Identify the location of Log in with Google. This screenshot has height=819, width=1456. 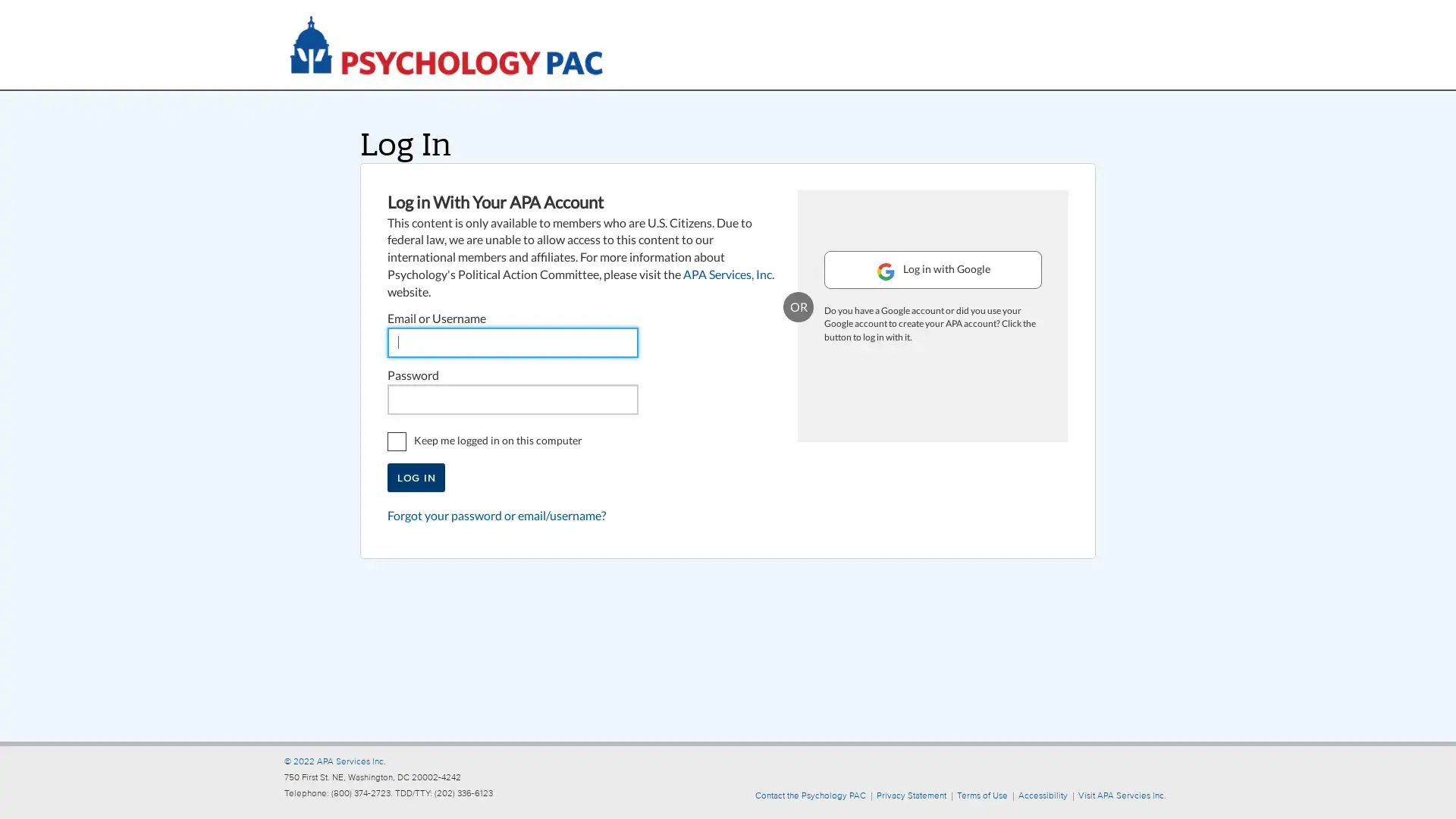
(931, 268).